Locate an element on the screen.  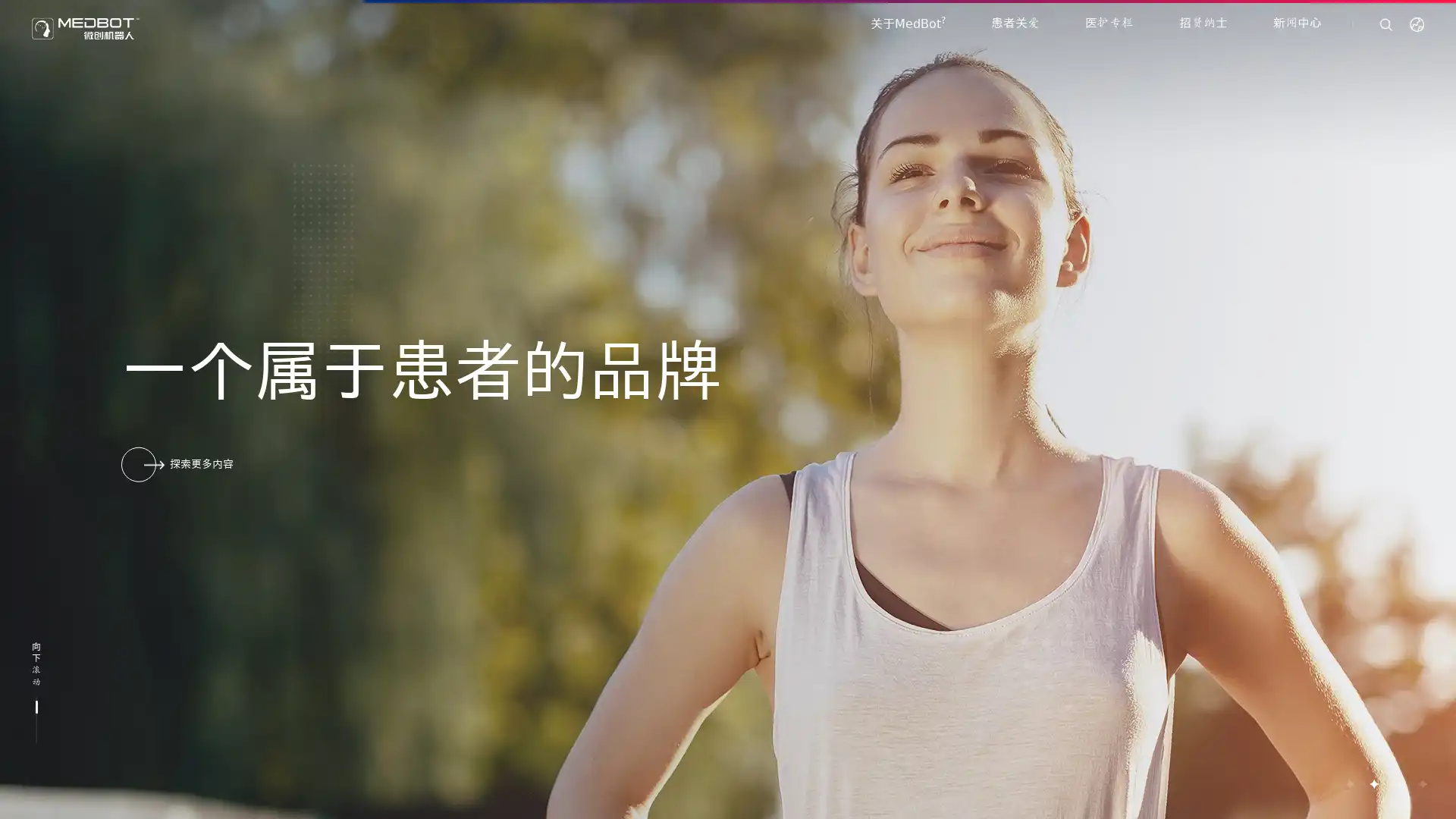
Go to slide 3 is located at coordinates (1397, 783).